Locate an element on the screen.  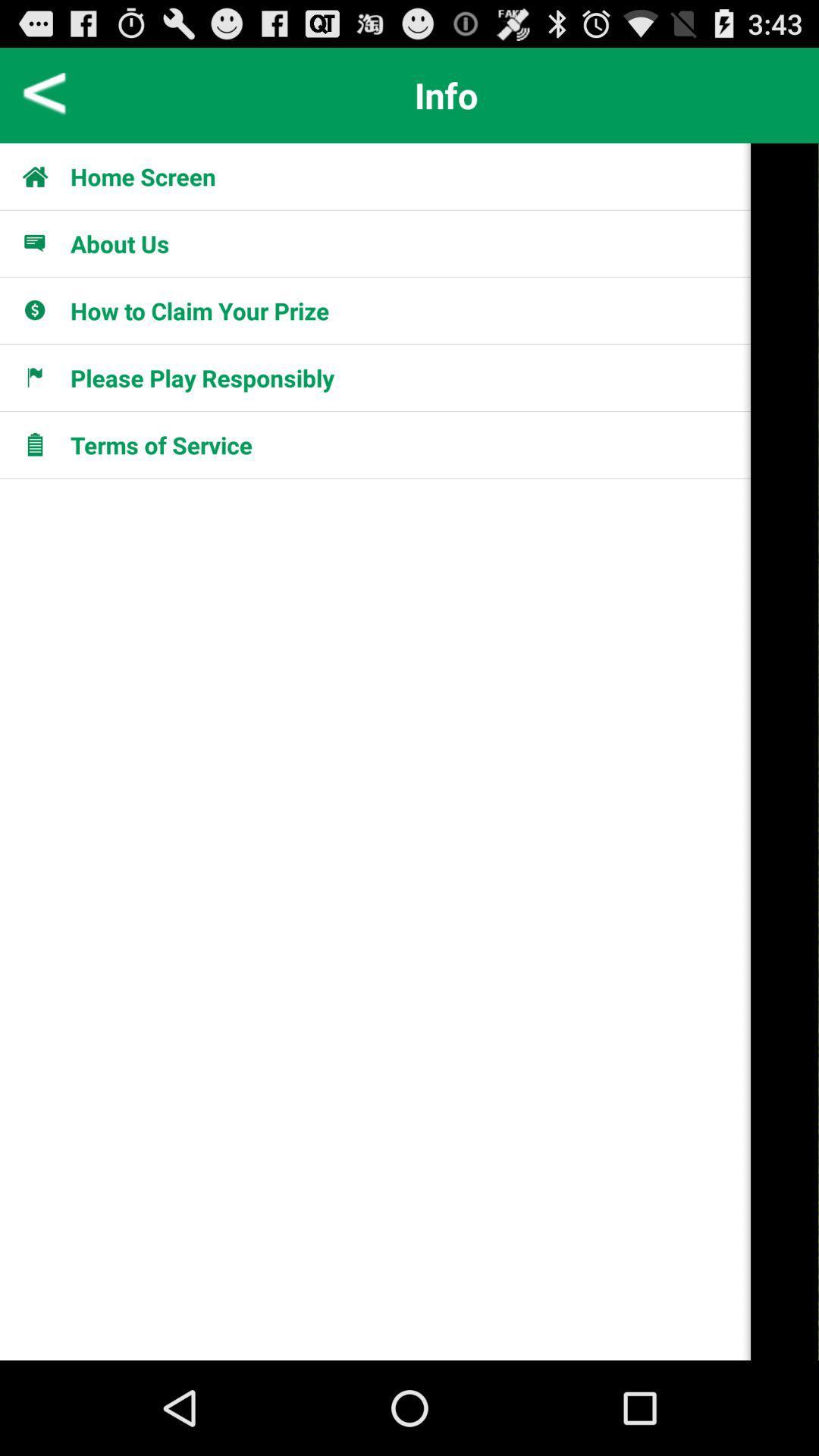
the icon in the third option is located at coordinates (42, 309).